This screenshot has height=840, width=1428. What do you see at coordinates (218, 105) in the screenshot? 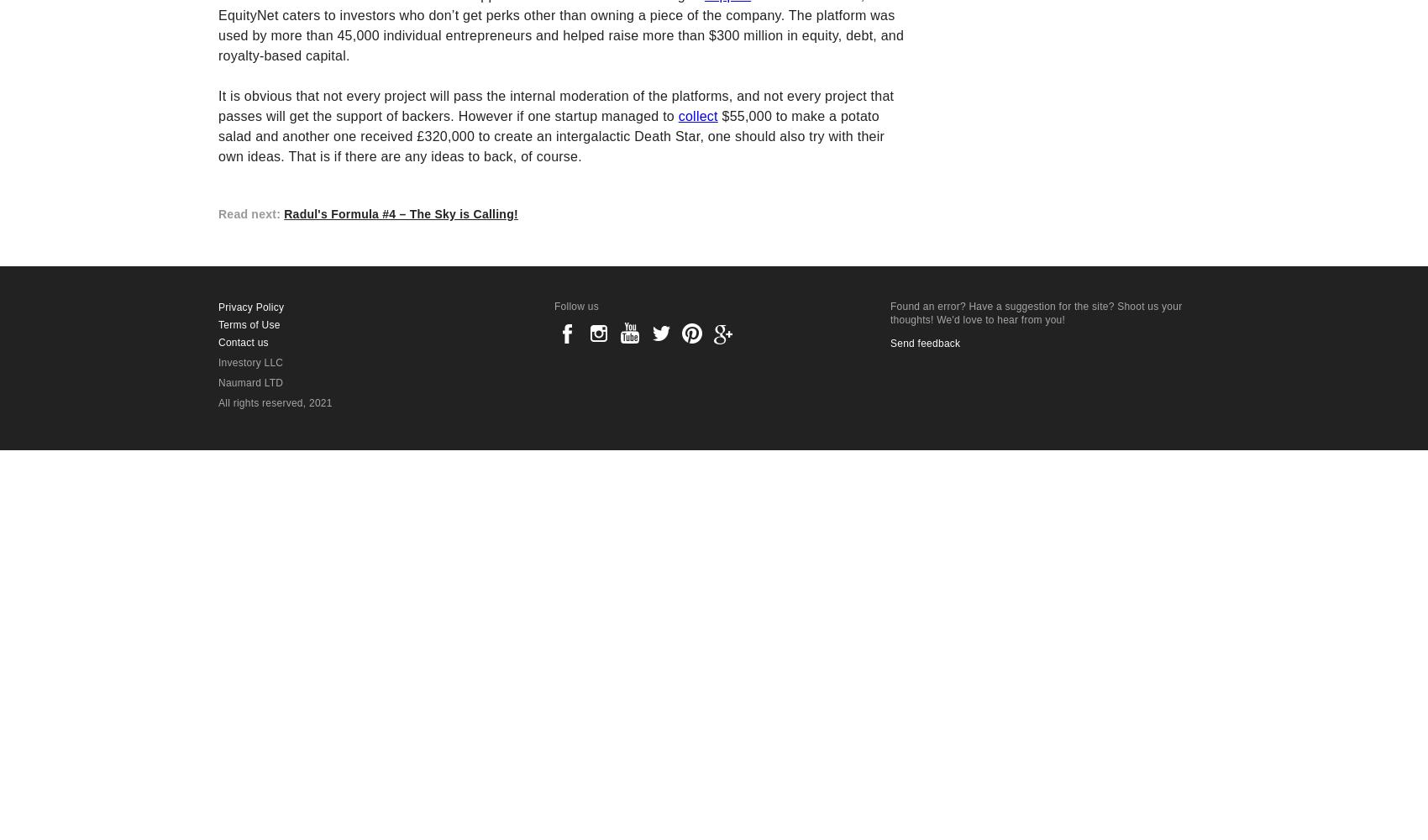
I see `'It is obvious that not every project will pass the internal moderation of the platforms, and not every project that passes will get the support of backers. However if one startup managed to'` at bounding box center [218, 105].